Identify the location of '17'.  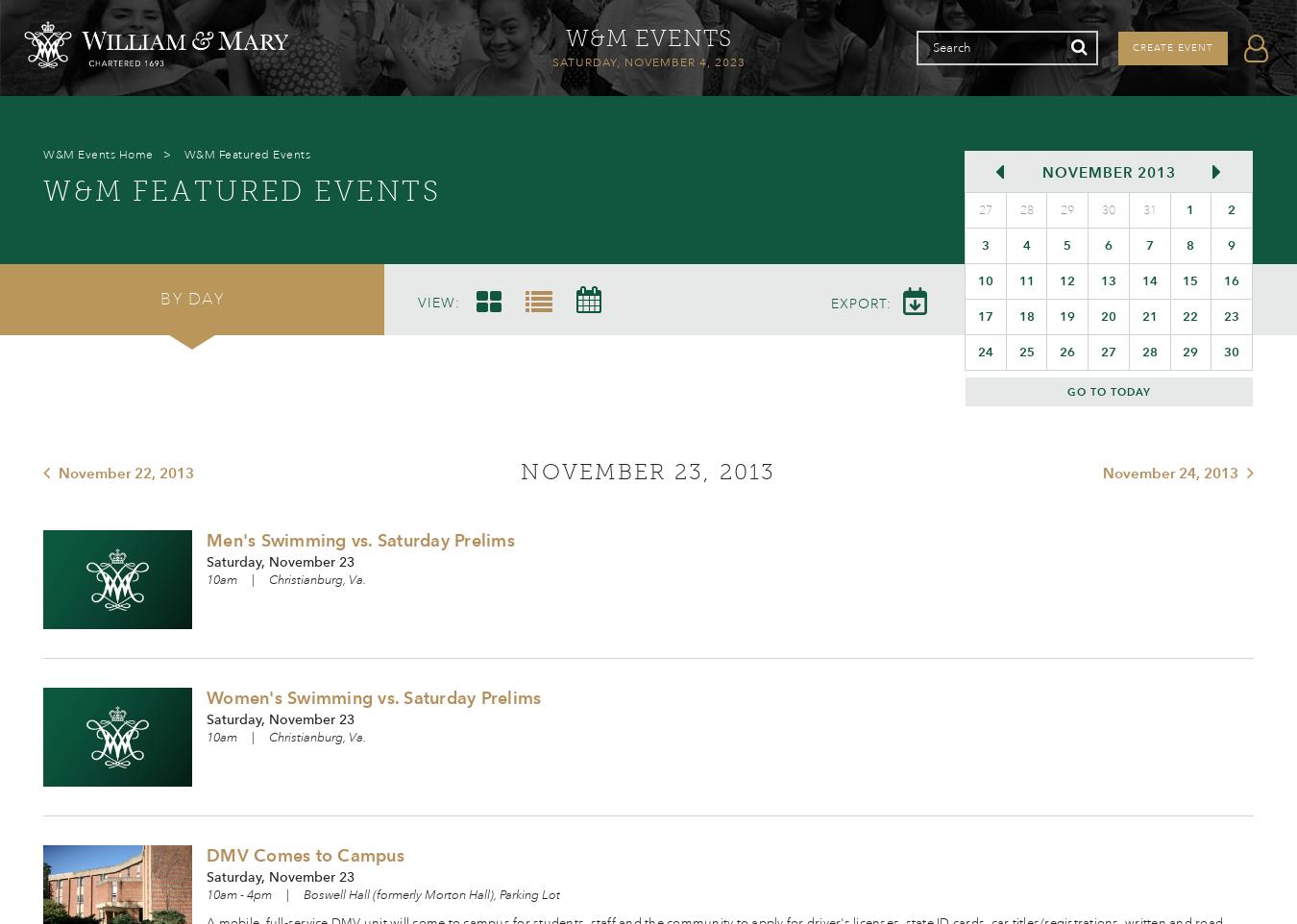
(985, 315).